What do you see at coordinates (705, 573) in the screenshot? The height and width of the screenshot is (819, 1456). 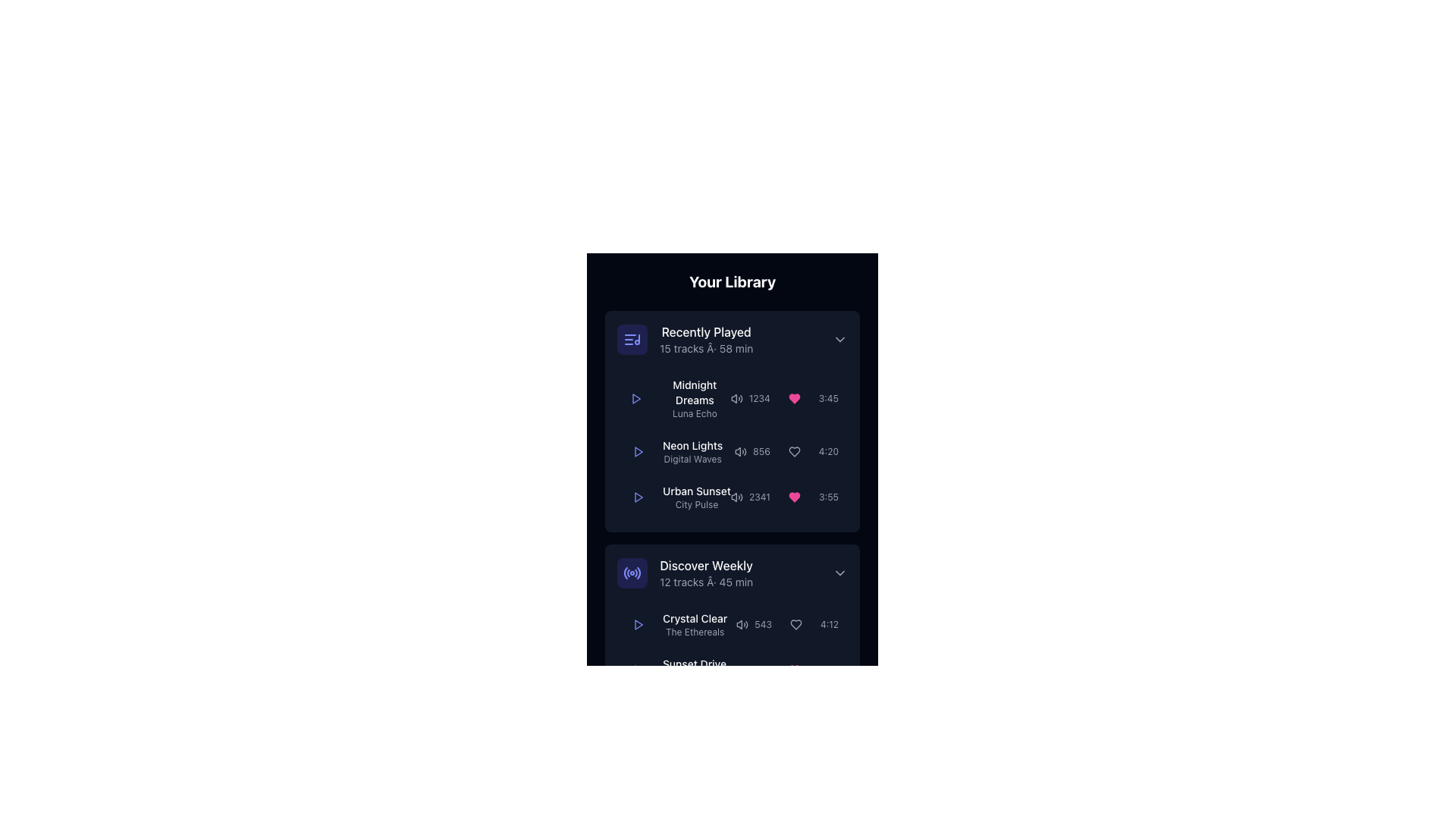 I see `the 'Discover Weekly' text display component` at bounding box center [705, 573].